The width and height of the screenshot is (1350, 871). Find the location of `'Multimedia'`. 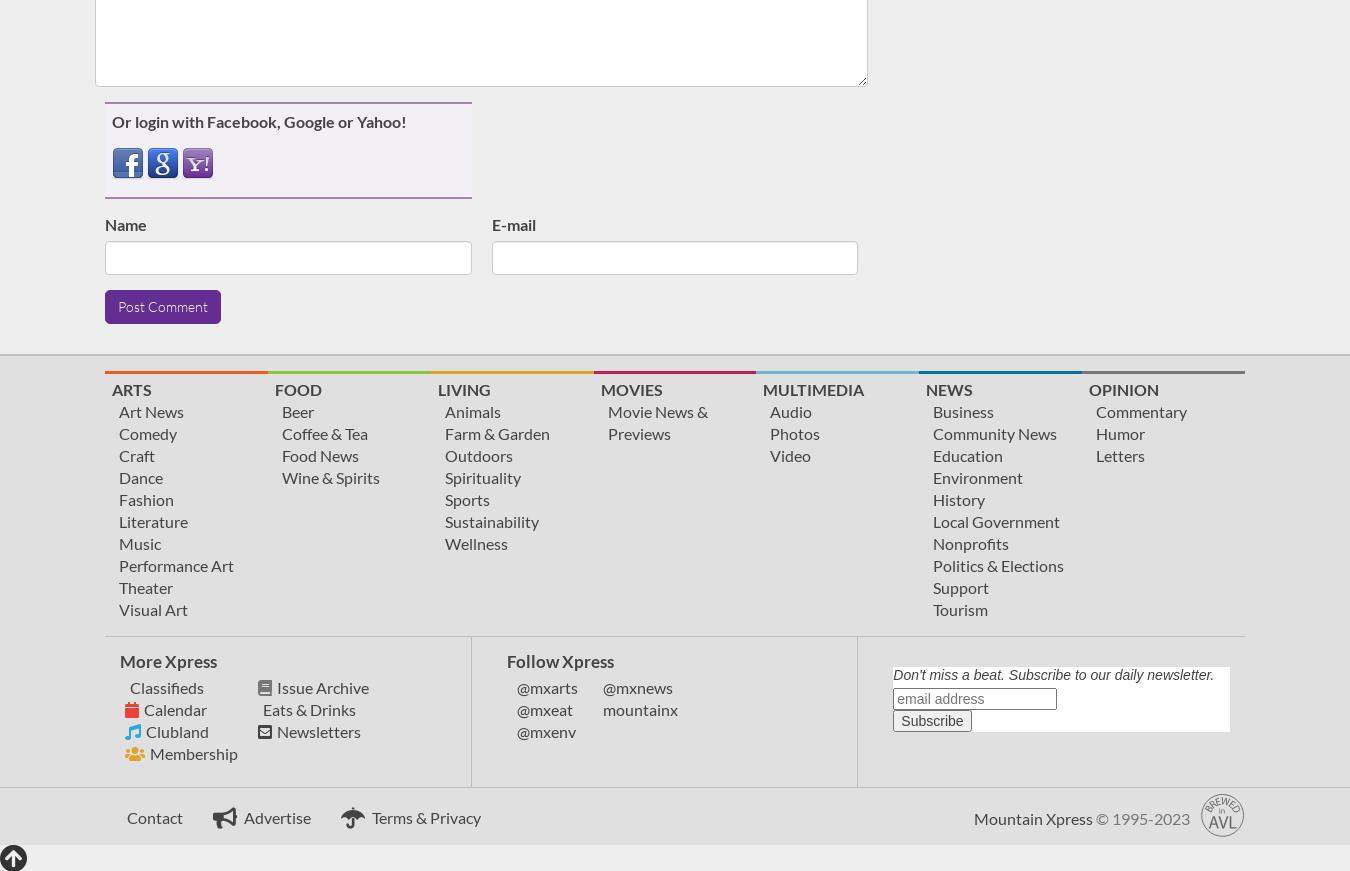

'Multimedia' is located at coordinates (813, 388).